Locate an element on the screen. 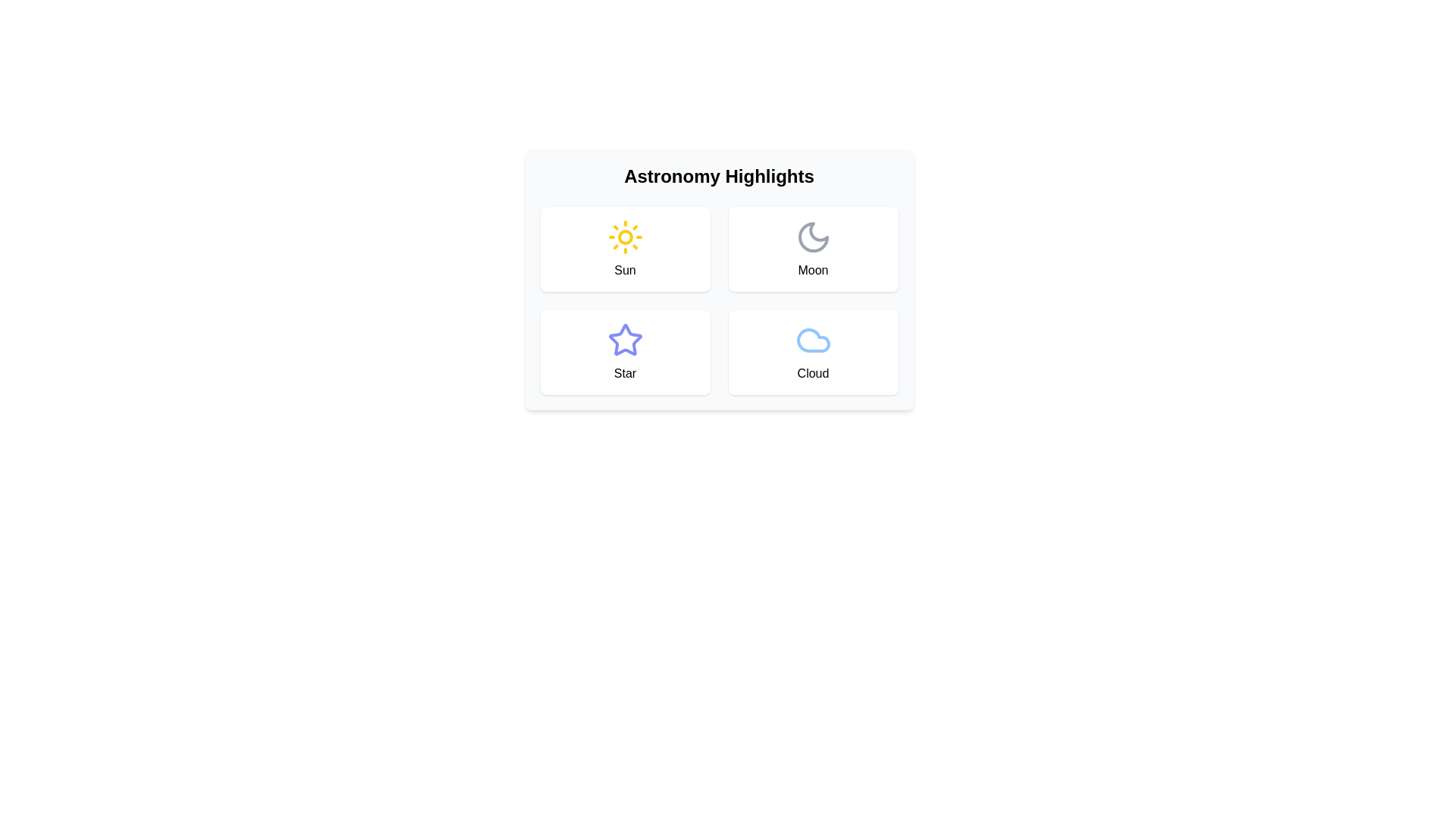 Image resolution: width=1456 pixels, height=819 pixels. the cloud-shaped icon with a soft blue outline located in the bottom-right corner of the 'Astronomy Highlights' grid, which is part of the 'Cloud' section is located at coordinates (812, 339).